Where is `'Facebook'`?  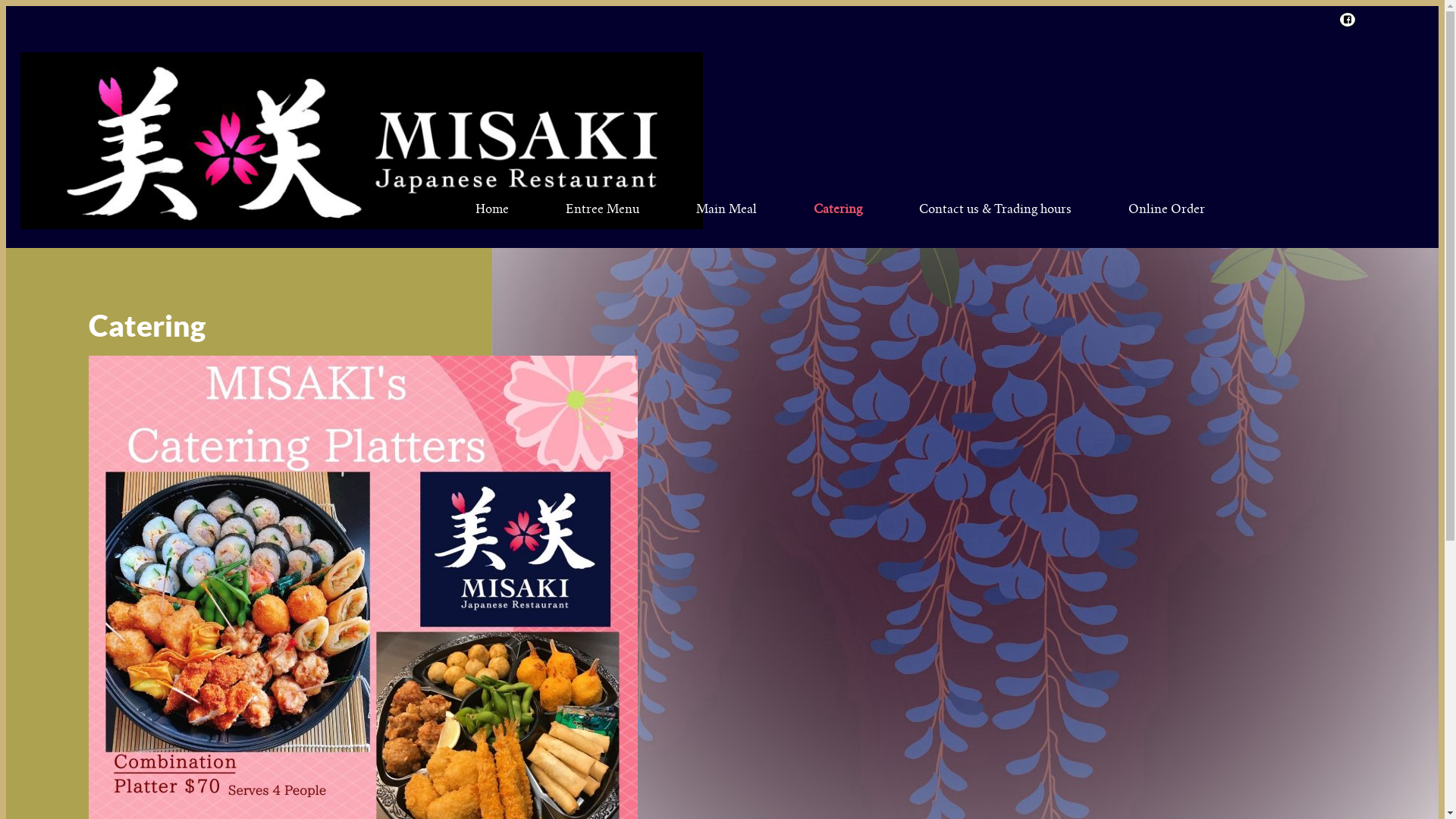
'Facebook' is located at coordinates (1335, 19).